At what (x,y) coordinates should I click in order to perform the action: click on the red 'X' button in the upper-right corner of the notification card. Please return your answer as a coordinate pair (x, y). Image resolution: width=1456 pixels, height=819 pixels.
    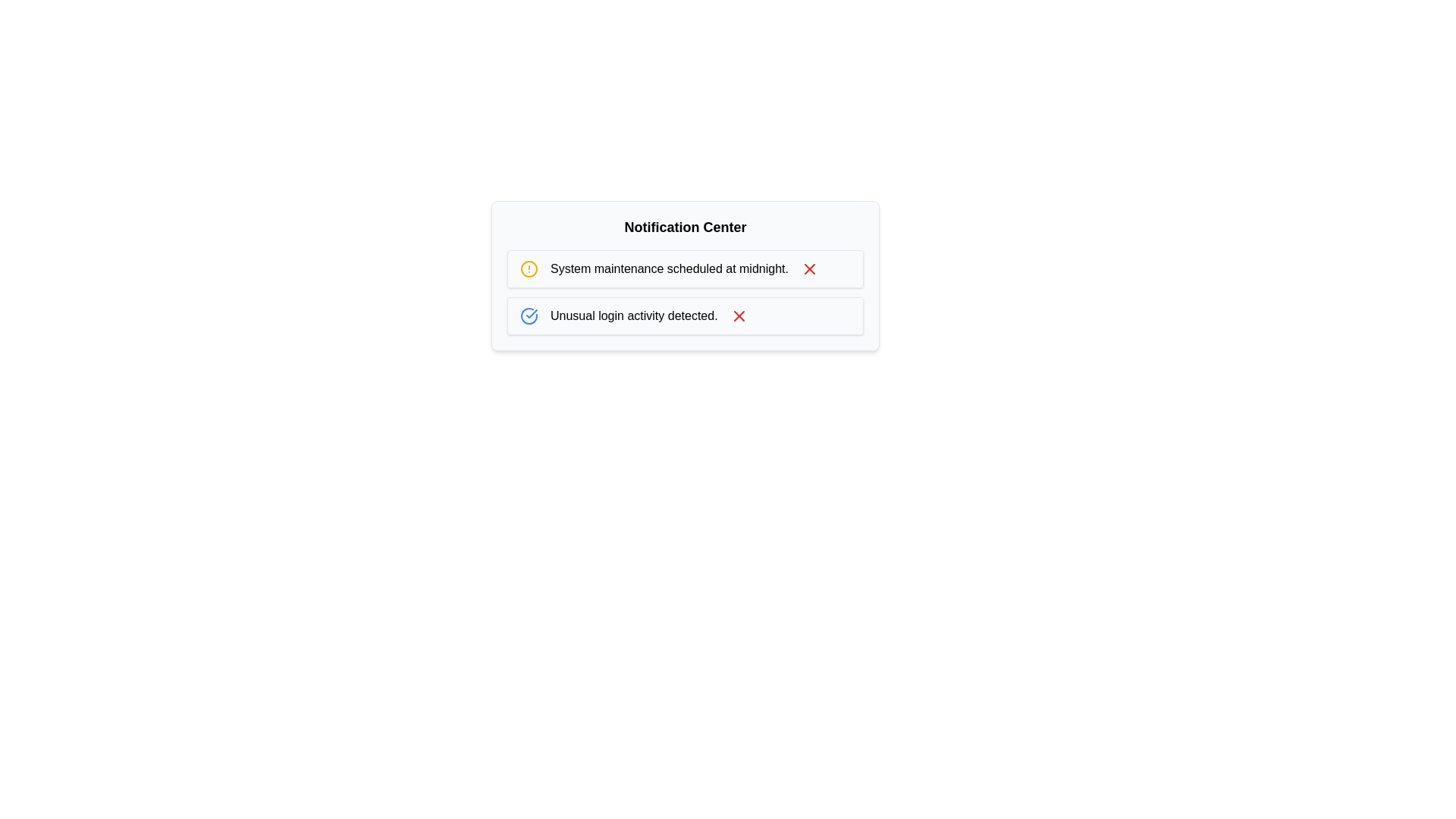
    Looking at the image, I should click on (808, 268).